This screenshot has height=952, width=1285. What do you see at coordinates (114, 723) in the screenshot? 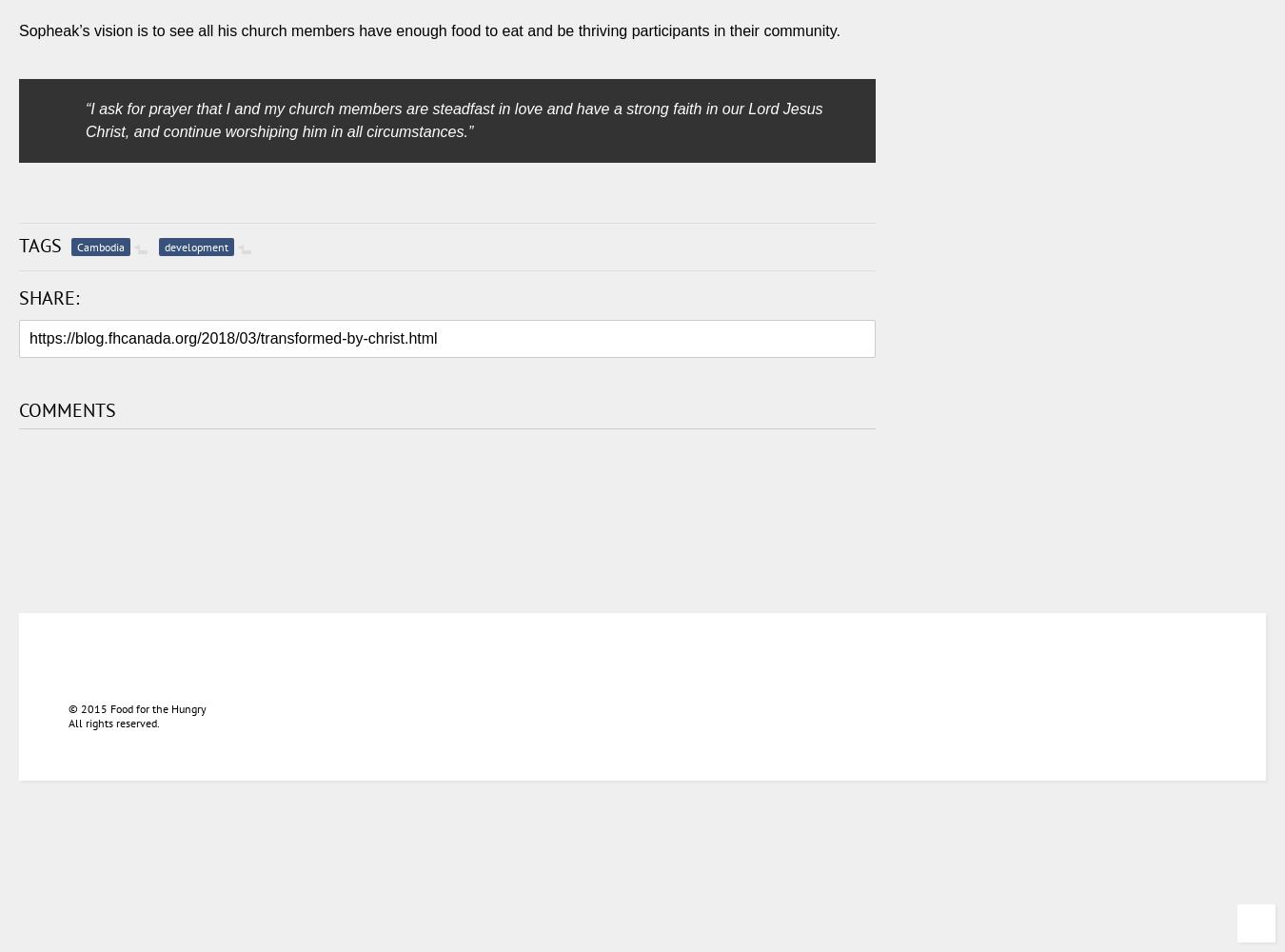
I see `'All rights reserved.'` at bounding box center [114, 723].